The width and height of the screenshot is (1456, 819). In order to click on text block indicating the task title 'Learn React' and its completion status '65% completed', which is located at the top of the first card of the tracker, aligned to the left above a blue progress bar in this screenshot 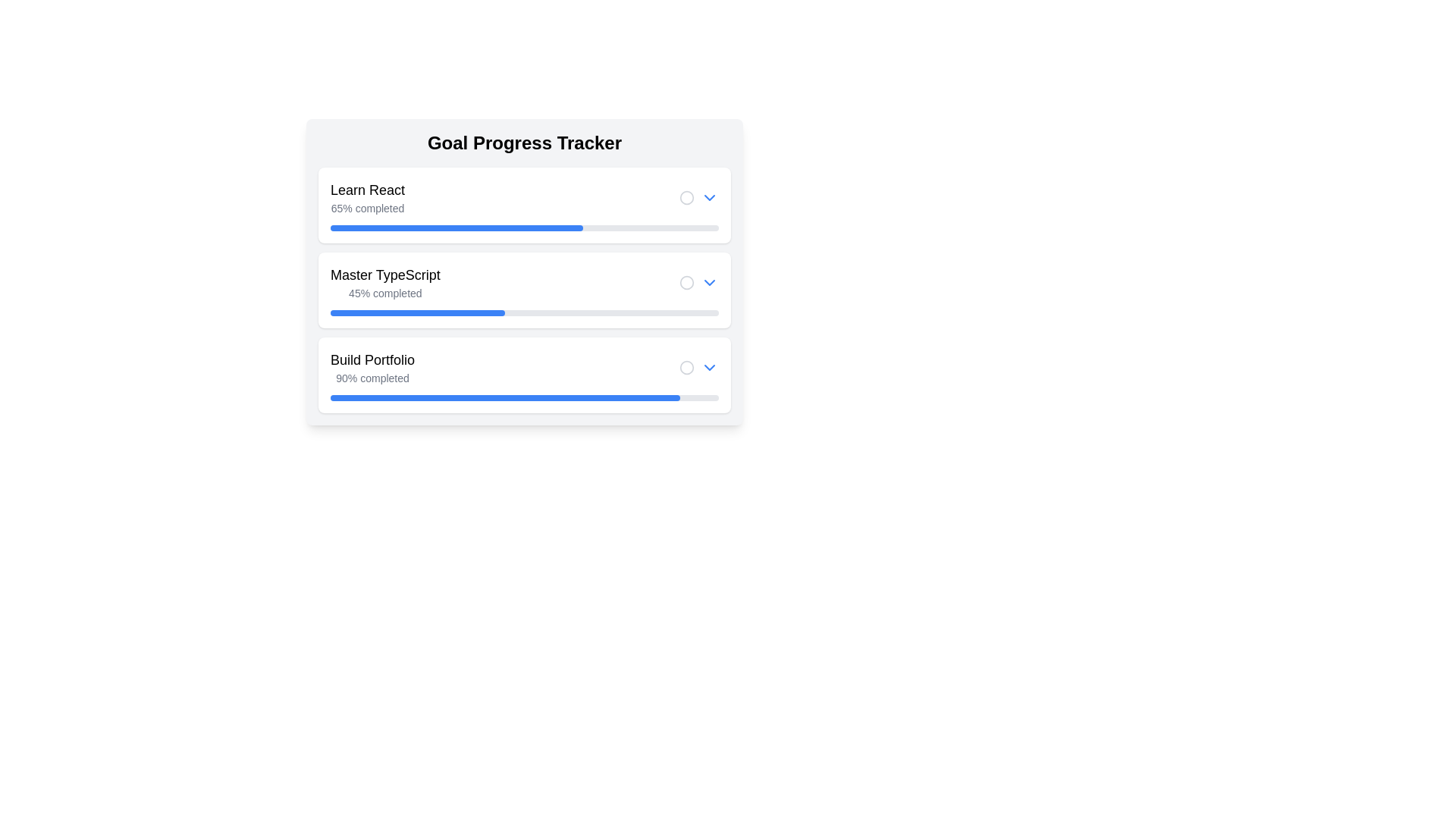, I will do `click(367, 197)`.